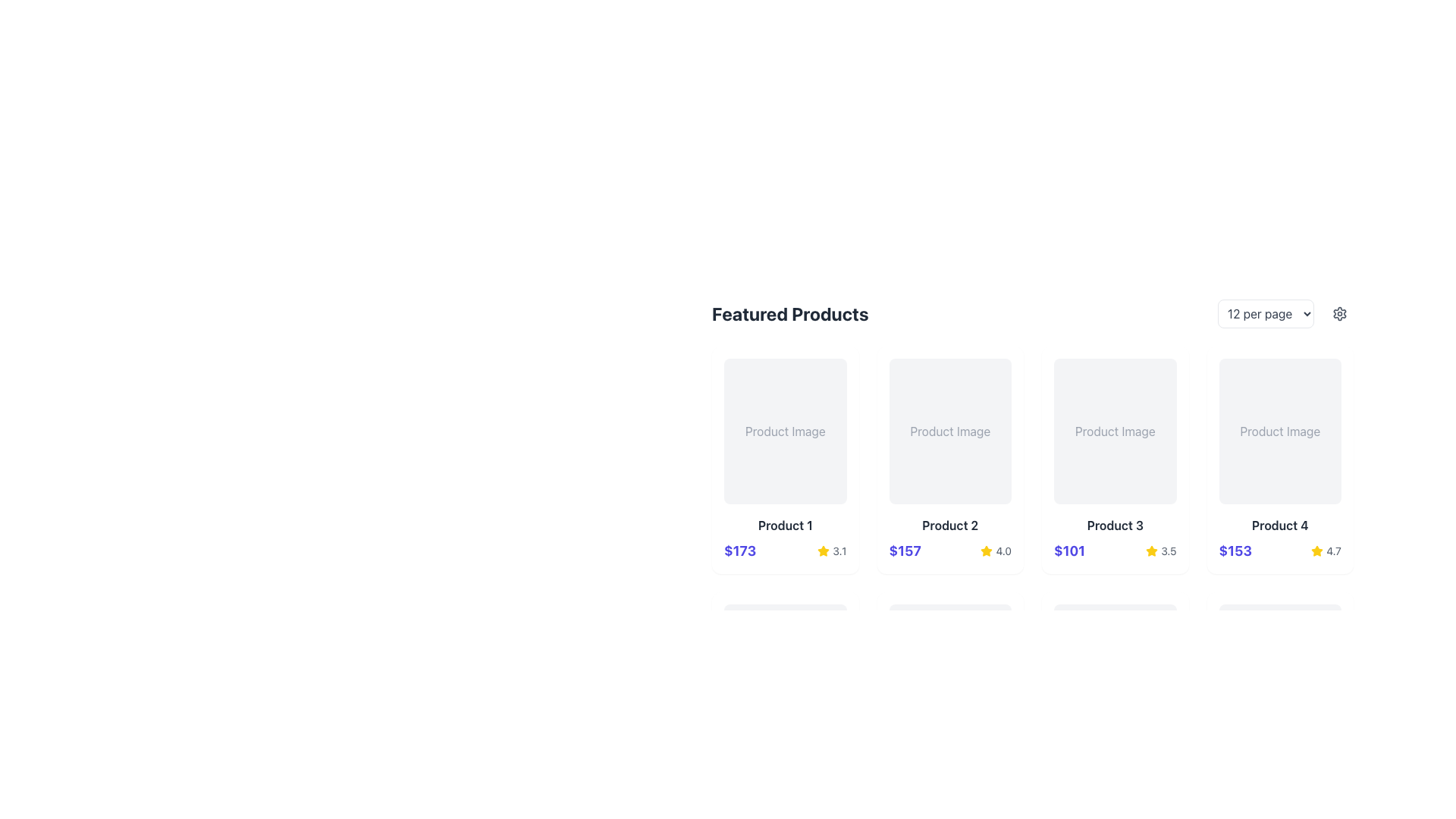 The height and width of the screenshot is (819, 1456). I want to click on rating value of 4.0 displayed in small grey text next to the yellow star icon in the Product 2 card within the 'Featured Products' section, so click(1003, 551).